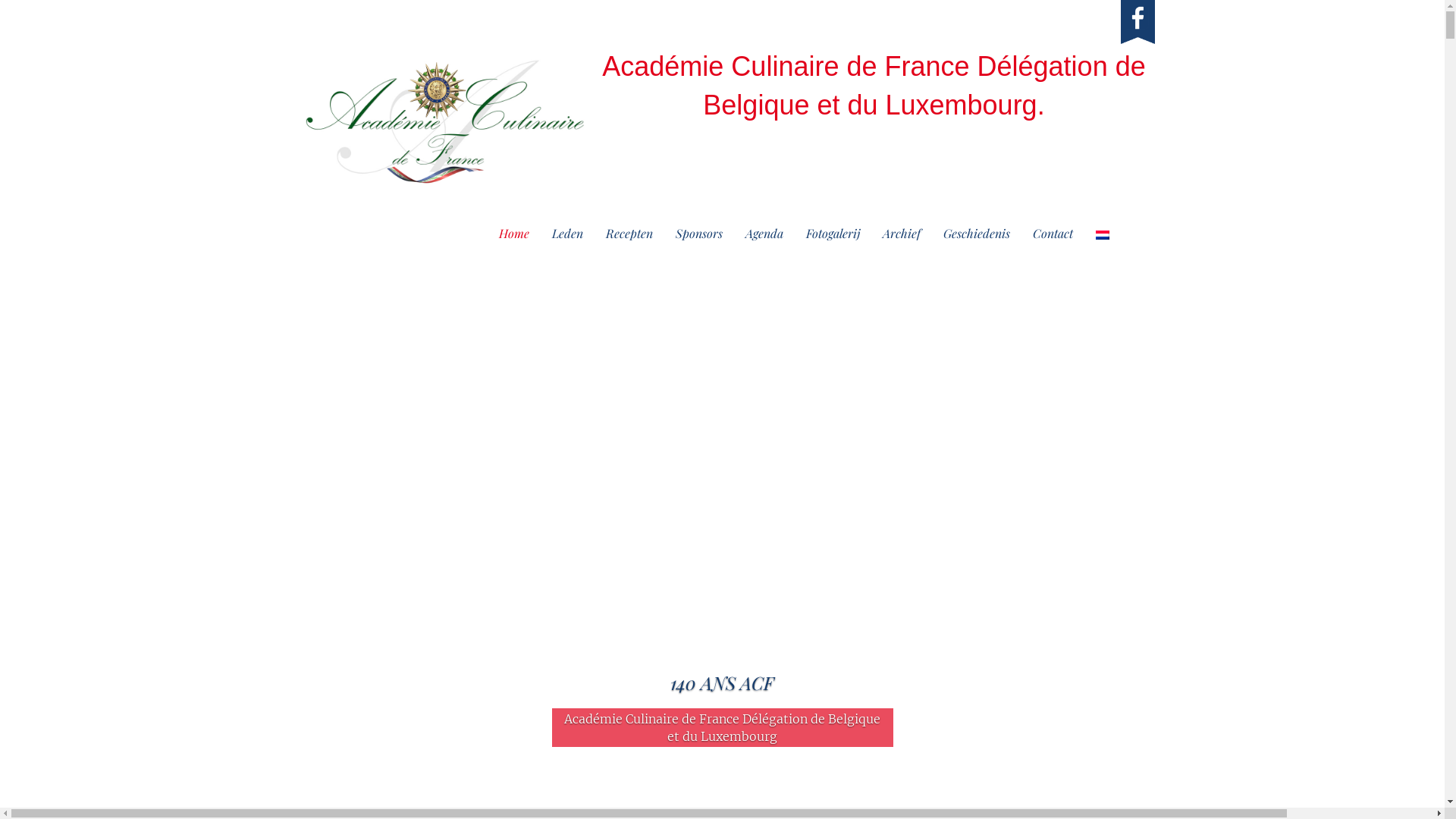 This screenshot has height=819, width=1456. What do you see at coordinates (832, 234) in the screenshot?
I see `'Fotogalerij'` at bounding box center [832, 234].